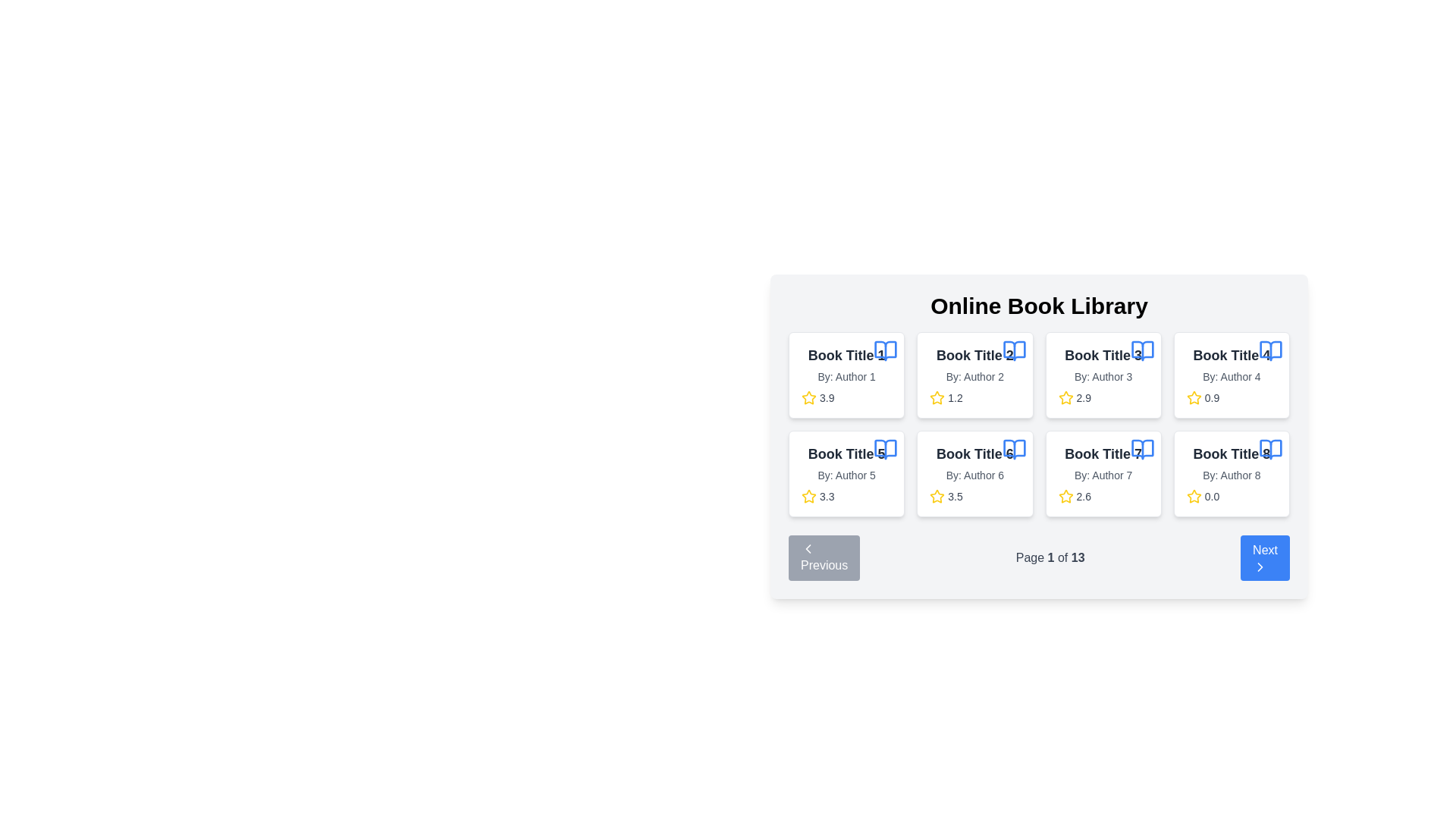 This screenshot has width=1456, height=819. What do you see at coordinates (824, 558) in the screenshot?
I see `the blue rectangular button with rounded corners labeled 'Previous', which is located at the bottom-left corner of the page navigation section` at bounding box center [824, 558].